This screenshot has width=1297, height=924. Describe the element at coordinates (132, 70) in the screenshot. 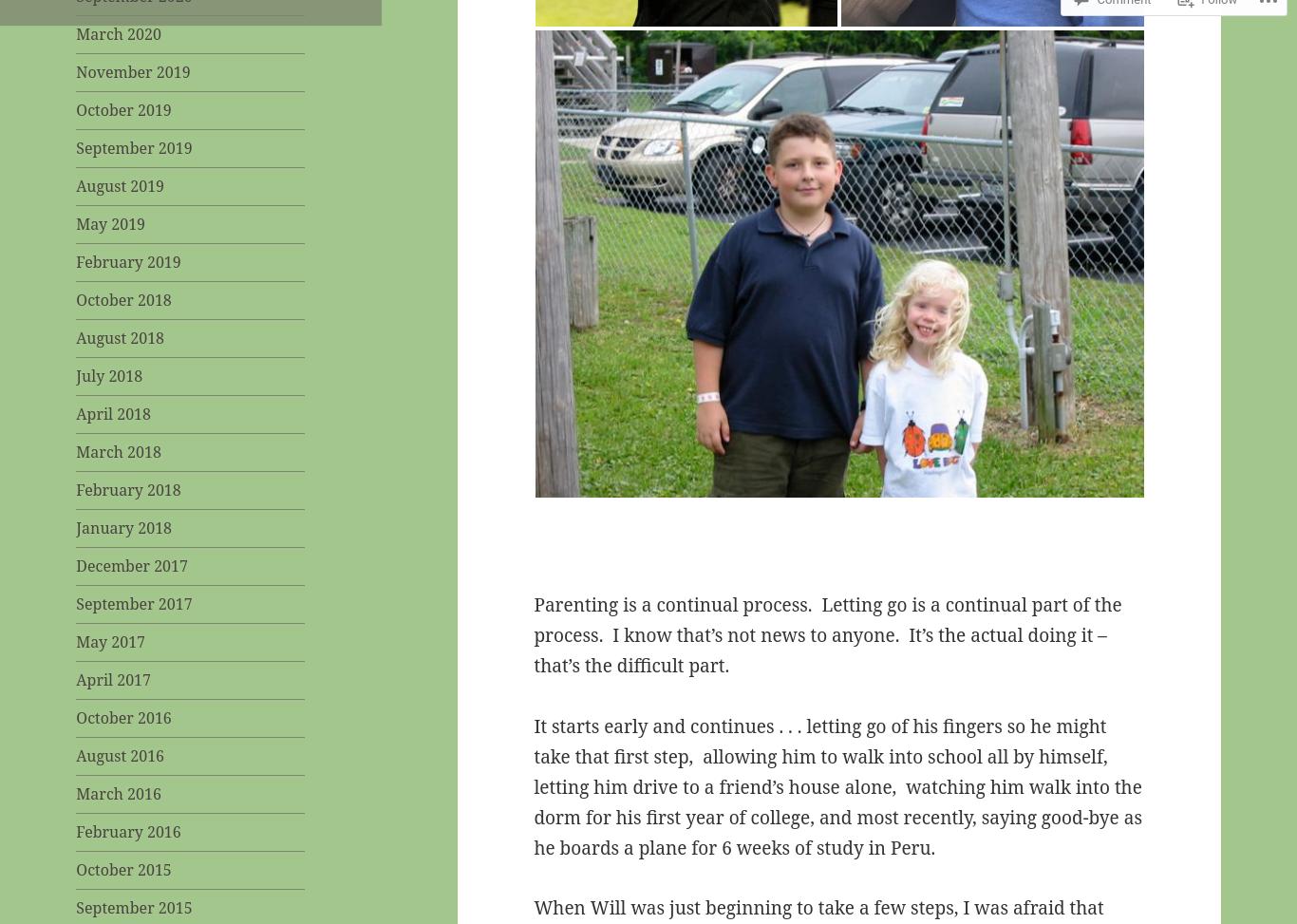

I see `'November 2019'` at that location.